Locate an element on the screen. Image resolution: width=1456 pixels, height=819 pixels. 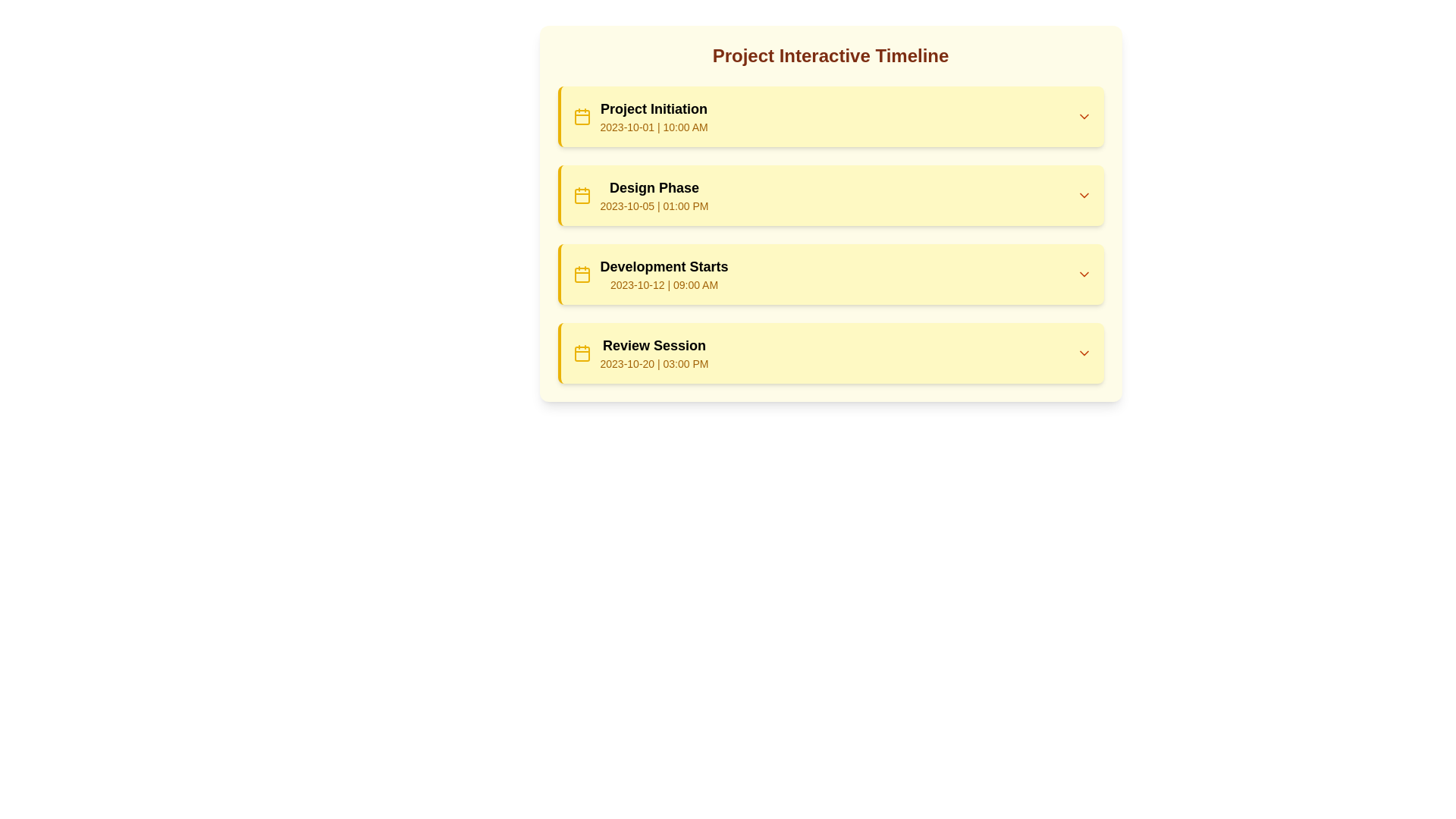
displayed information from the Text Display for the calendar event title and scheduled time, located in the fourth position under 'Project Interactive Timeline' is located at coordinates (654, 353).